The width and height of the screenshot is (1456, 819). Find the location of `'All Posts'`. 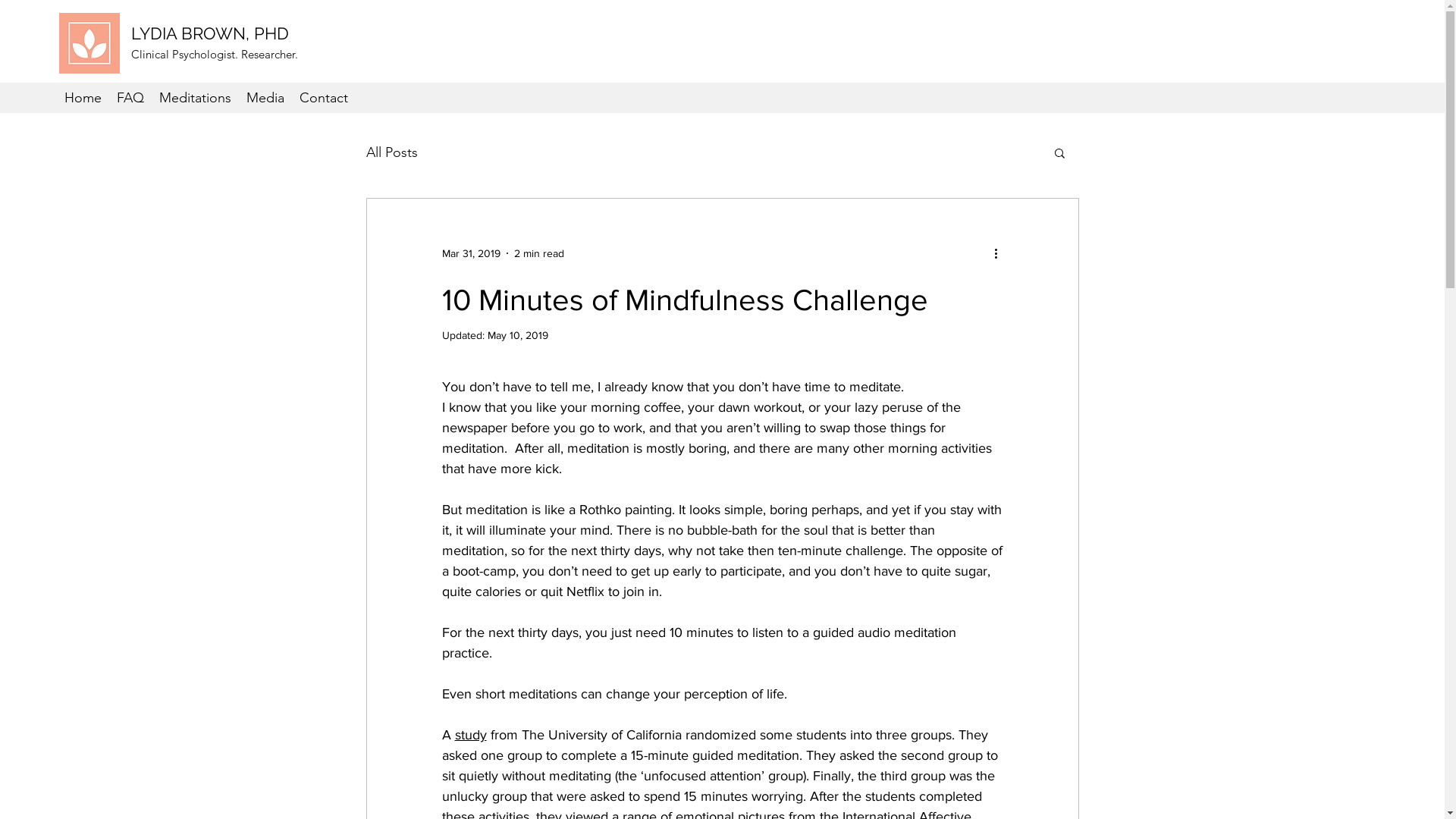

'All Posts' is located at coordinates (365, 152).